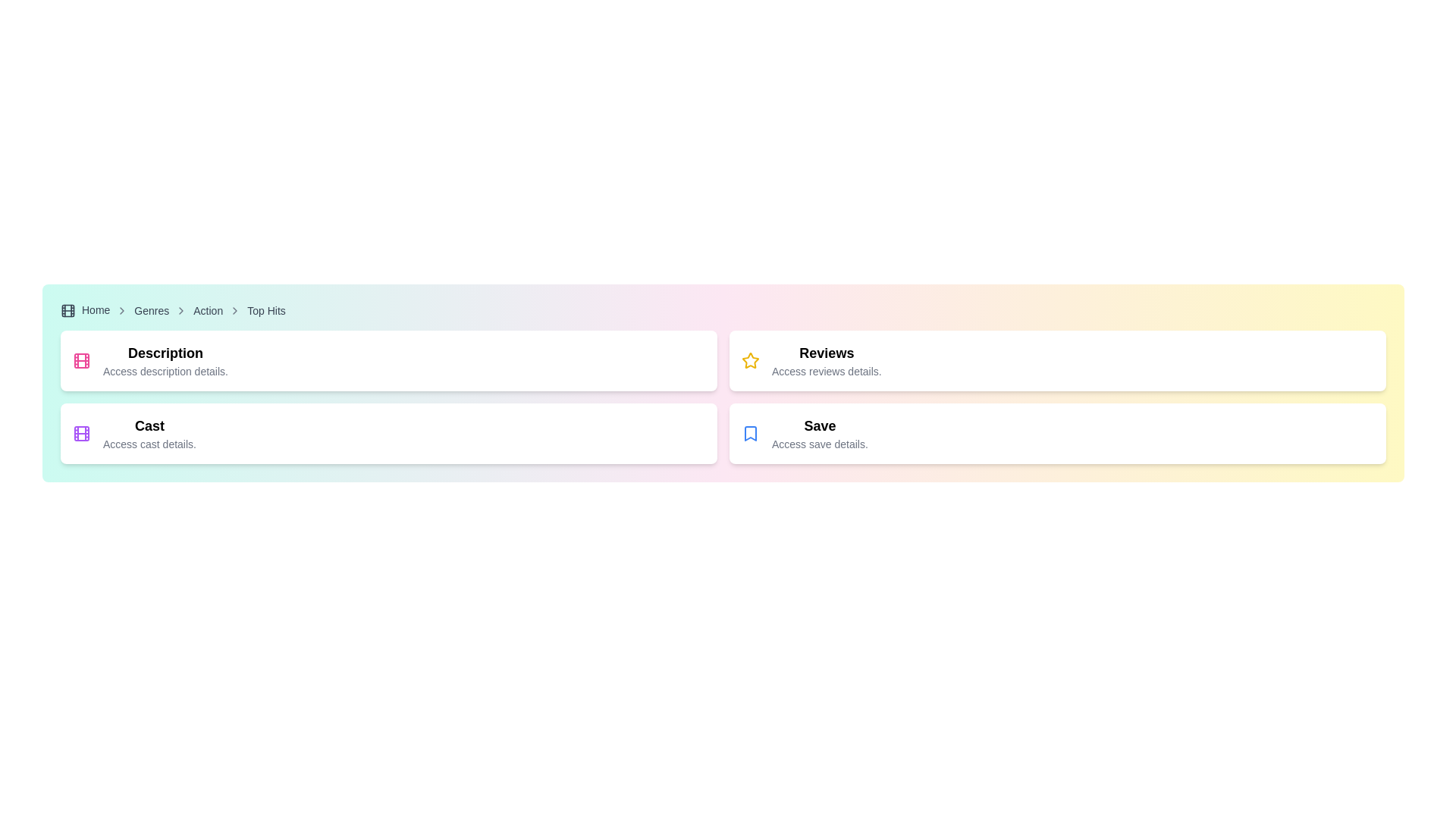 The width and height of the screenshot is (1456, 819). What do you see at coordinates (826, 361) in the screenshot?
I see `the text block that displays the heading 'Reviews' and the subtitle 'Access reviews details', which is styled with a modern sans-serif font and positioned within a white rounded rectangular card, the second card in a horizontal list` at bounding box center [826, 361].